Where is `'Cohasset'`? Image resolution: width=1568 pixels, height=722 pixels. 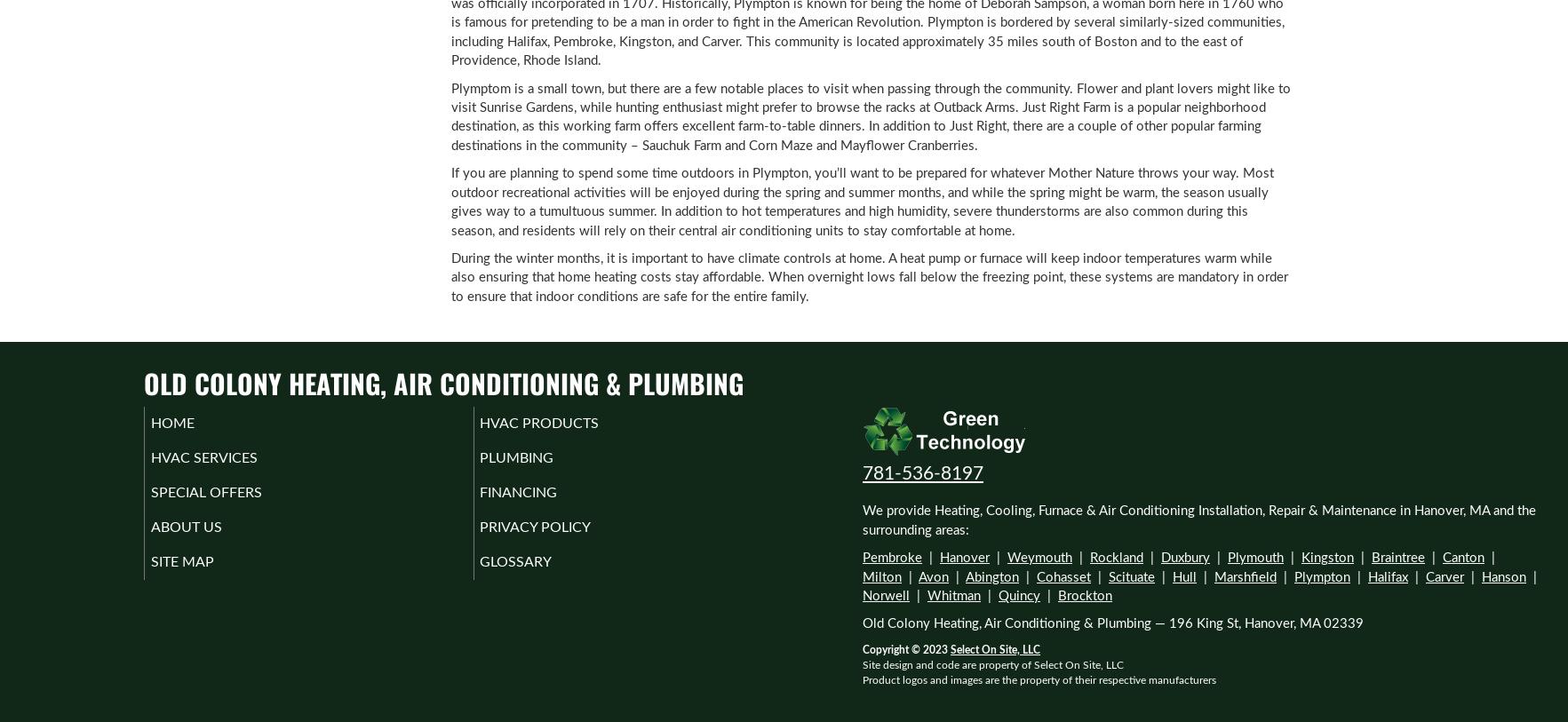 'Cohasset' is located at coordinates (1063, 576).